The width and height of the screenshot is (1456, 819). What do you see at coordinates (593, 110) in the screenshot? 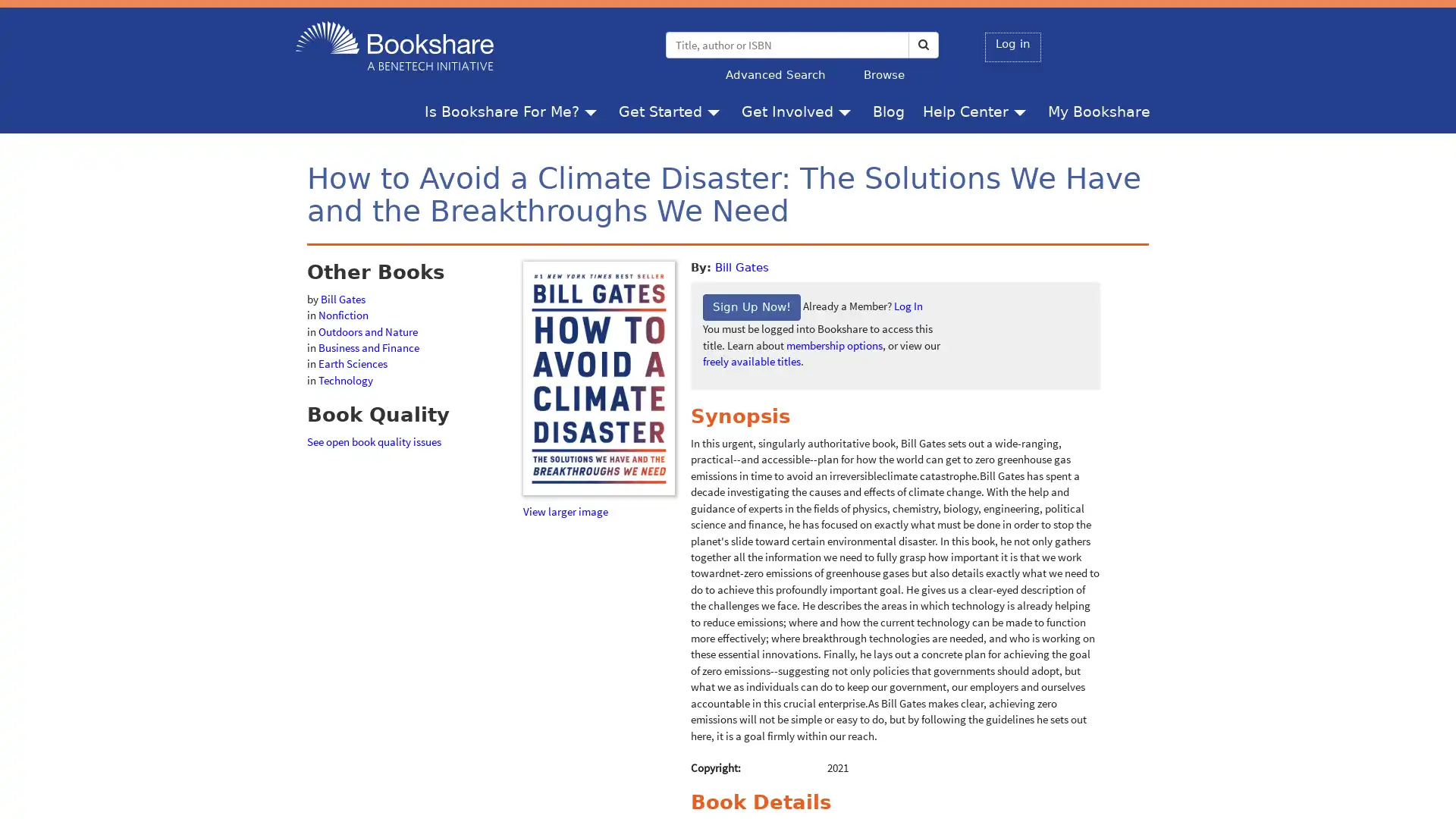
I see `Is Bookshare For Me? menu` at bounding box center [593, 110].